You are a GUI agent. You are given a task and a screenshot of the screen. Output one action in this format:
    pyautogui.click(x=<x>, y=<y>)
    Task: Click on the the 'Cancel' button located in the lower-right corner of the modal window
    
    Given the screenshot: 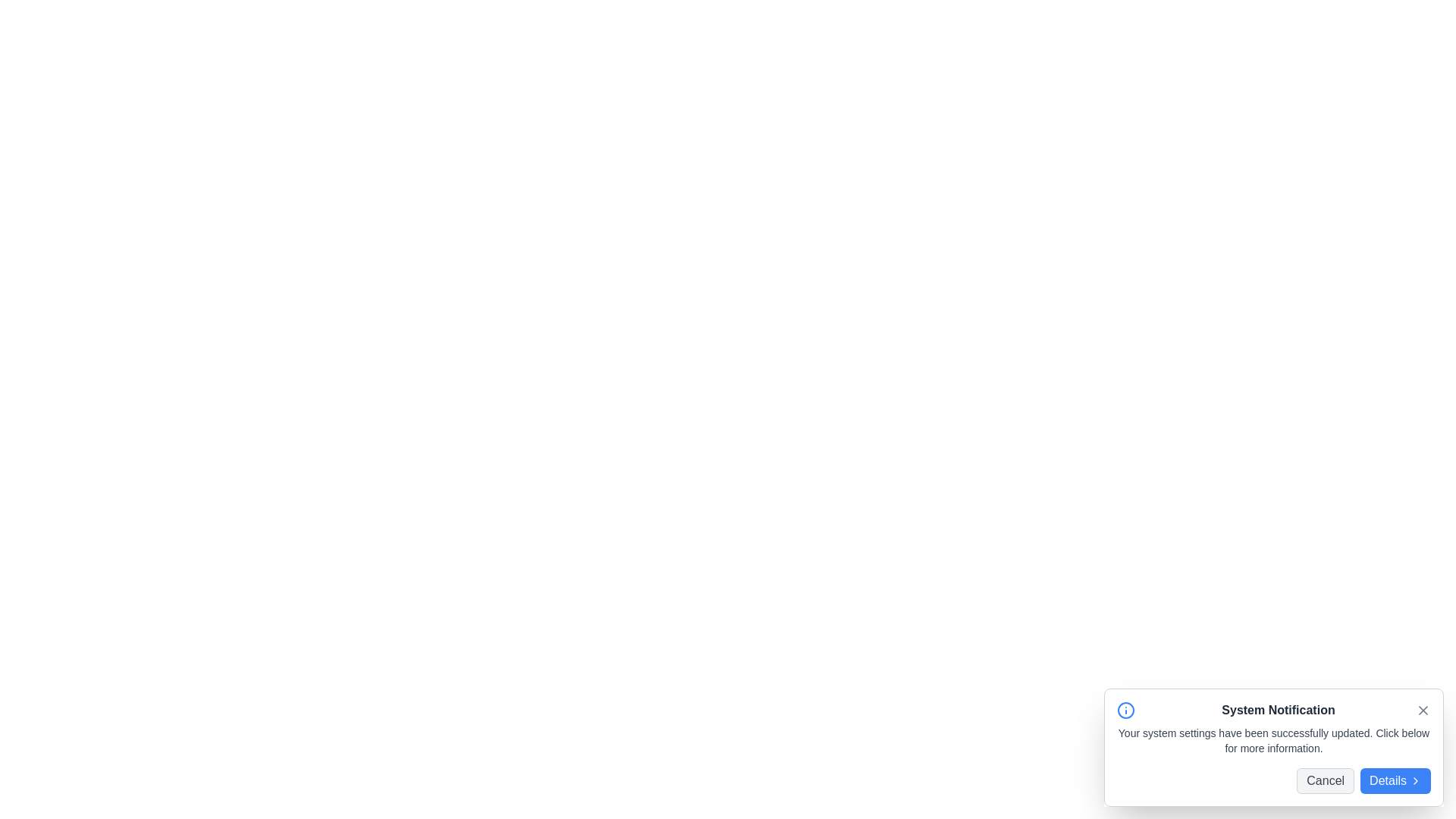 What is the action you would take?
    pyautogui.click(x=1325, y=780)
    